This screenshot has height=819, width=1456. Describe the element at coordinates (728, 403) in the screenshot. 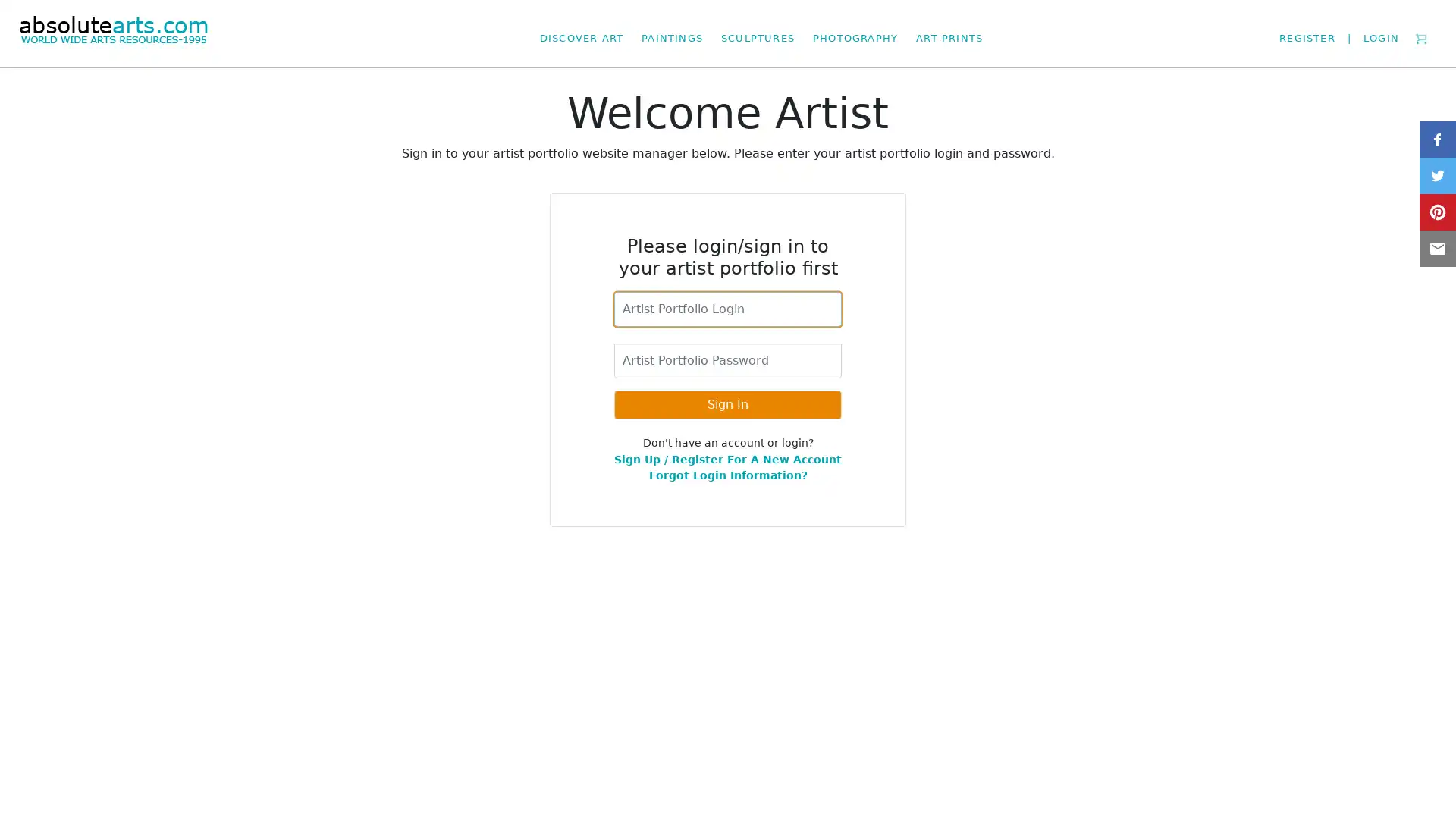

I see `Sign In` at that location.